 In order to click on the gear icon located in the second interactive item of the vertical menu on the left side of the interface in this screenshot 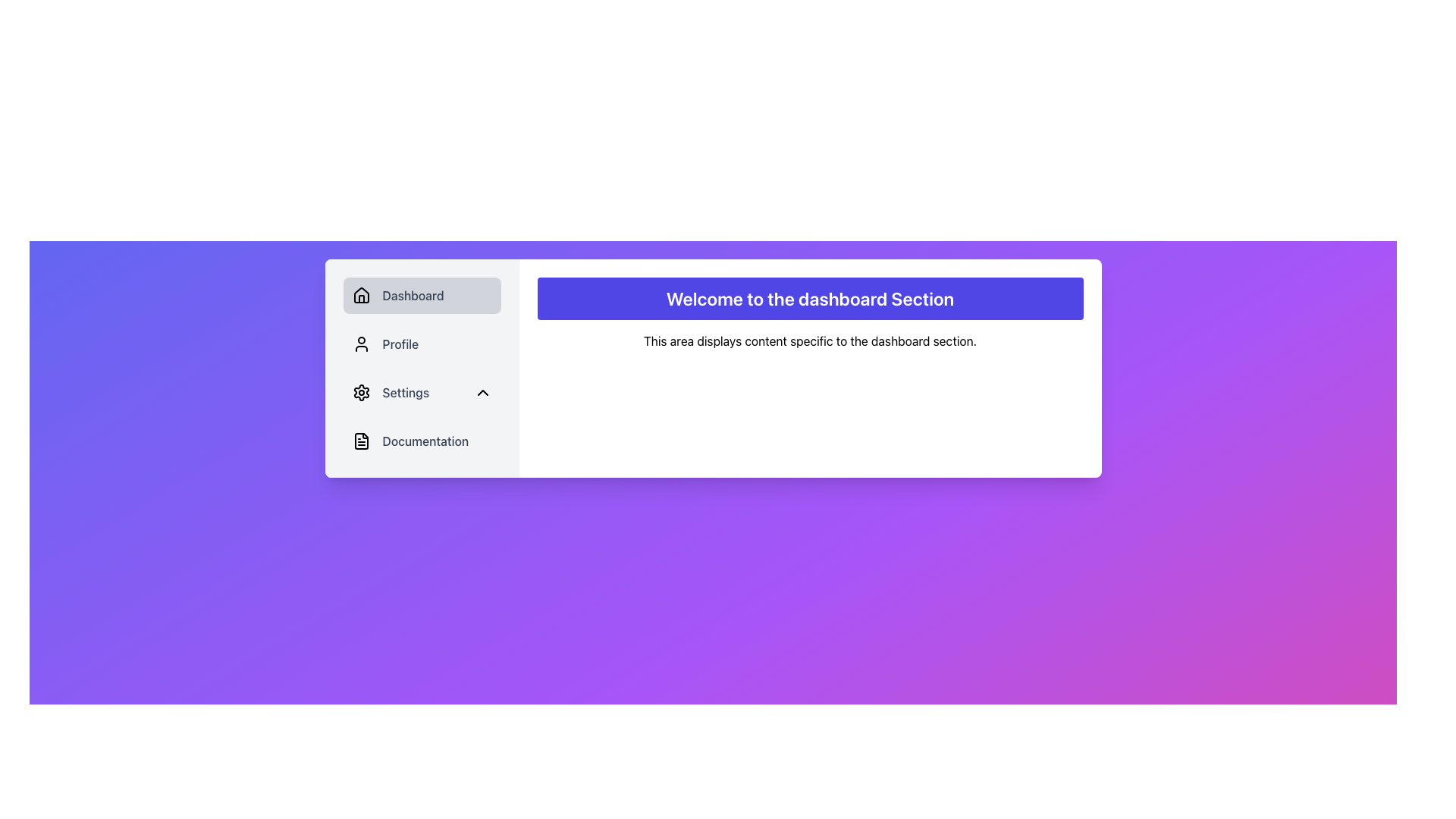, I will do `click(360, 391)`.